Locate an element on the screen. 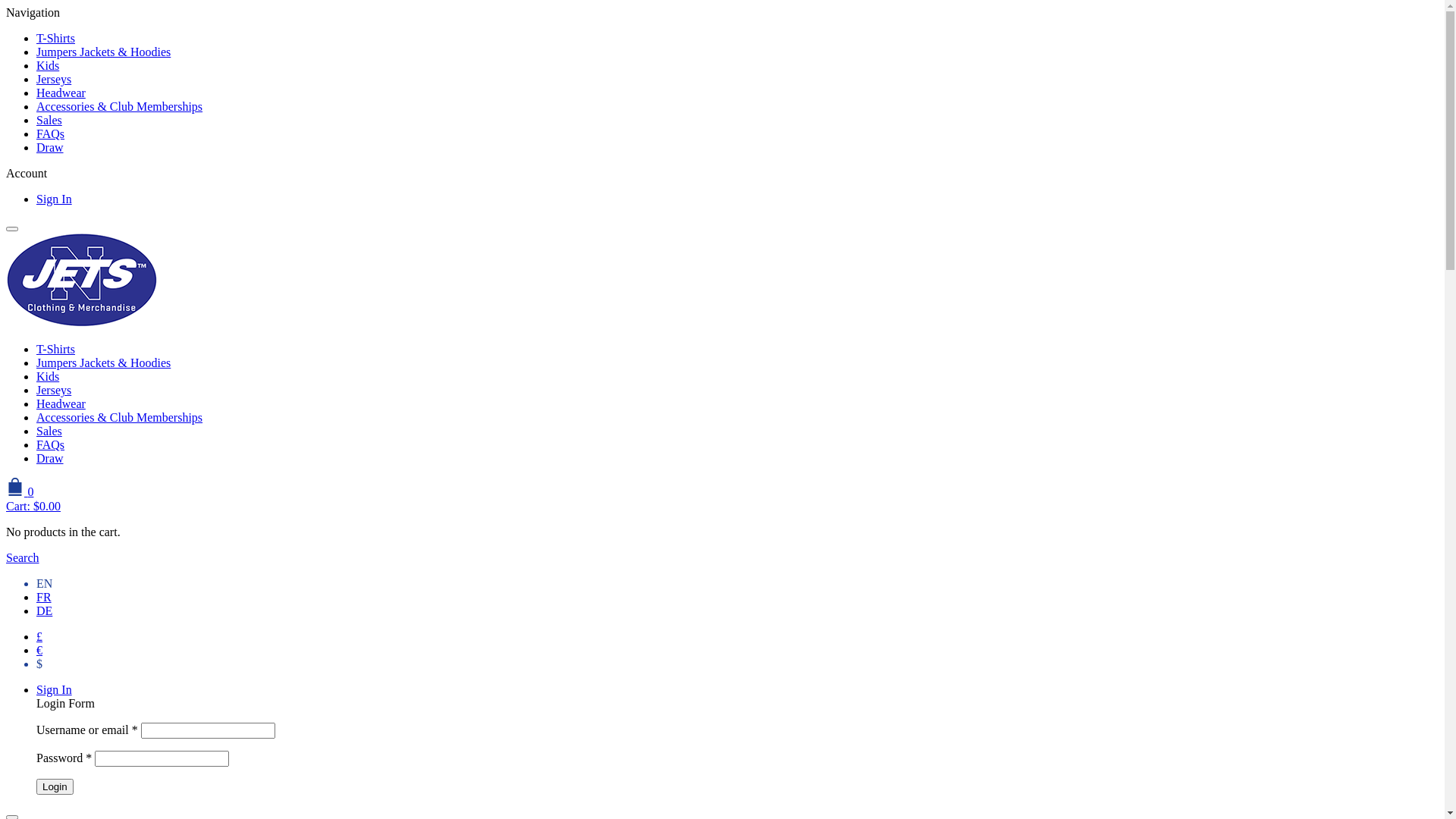 This screenshot has width=1456, height=819. 'Jerseys' is located at coordinates (54, 389).